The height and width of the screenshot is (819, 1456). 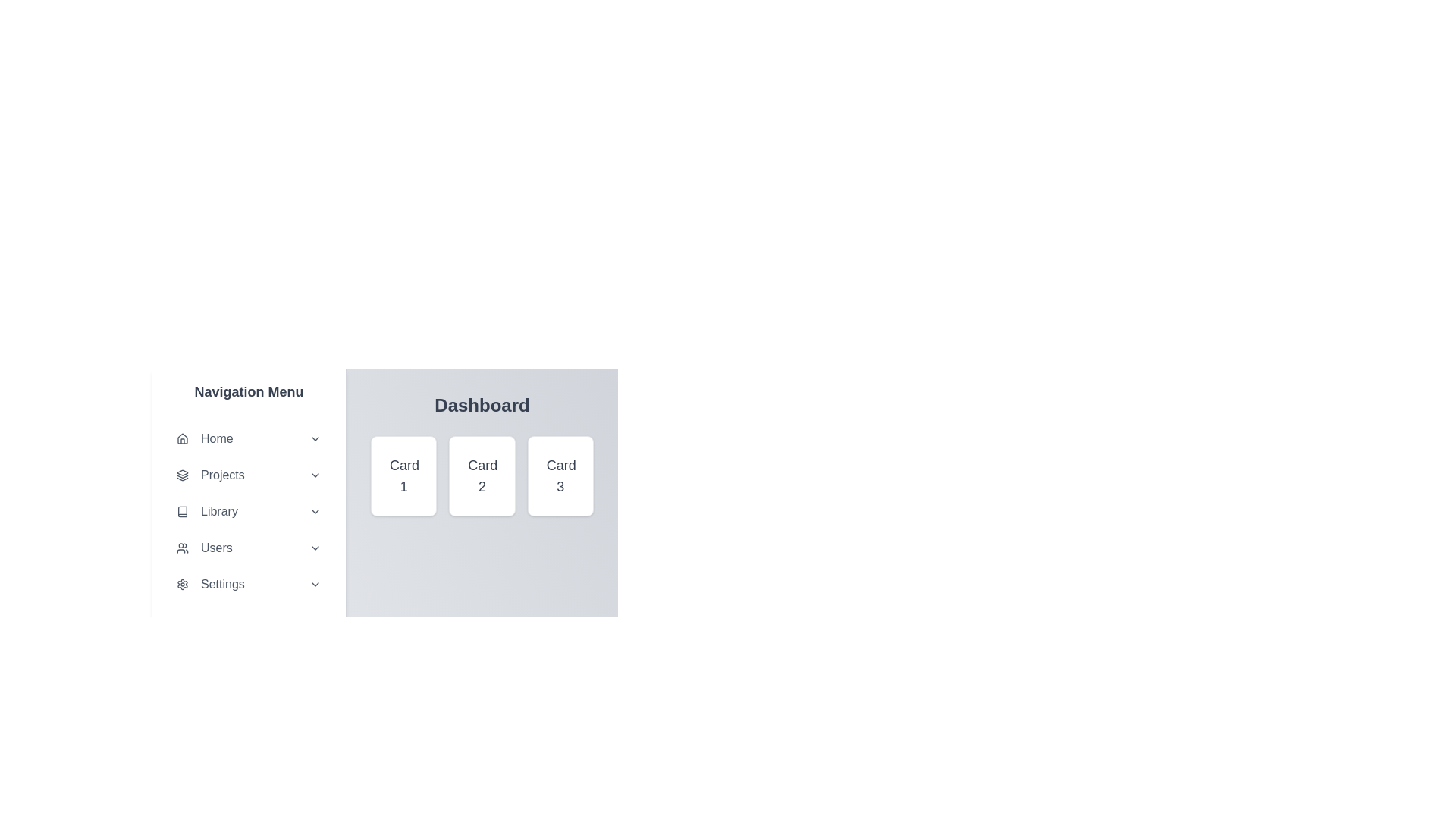 I want to click on the decorative icon for the 'Projects' menu item, which is positioned to the left of the text 'Projects' in the navigation menu, so click(x=182, y=475).